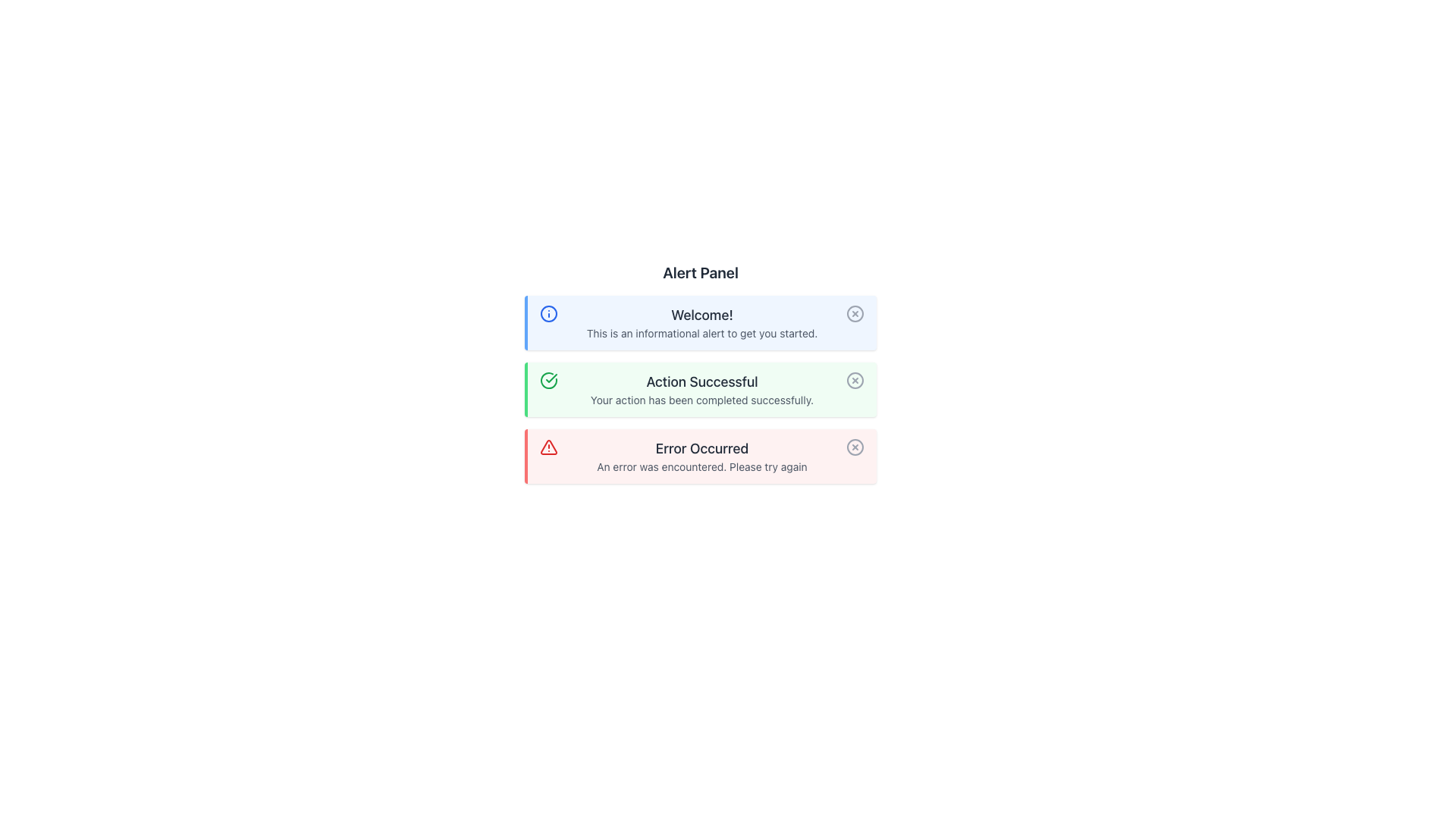 The image size is (1456, 819). I want to click on descriptive text from the error alert box, which is the third message in the vertical stack of alerts, so click(700, 455).